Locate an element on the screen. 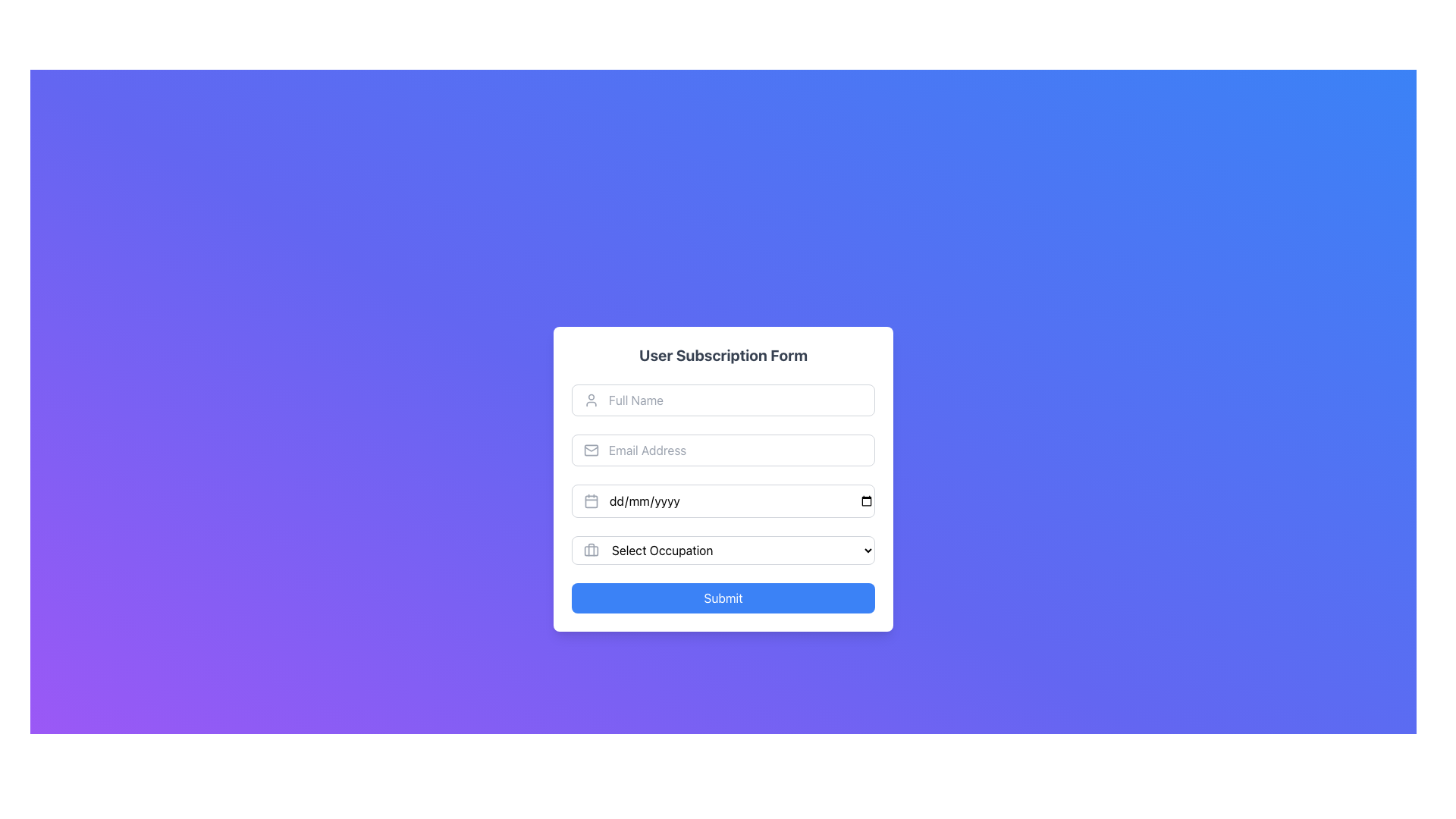 Image resolution: width=1456 pixels, height=819 pixels. the decorative icon representing the Email Address input functionality located on the left side of the Email Address input field within the User Subscription Form is located at coordinates (590, 450).